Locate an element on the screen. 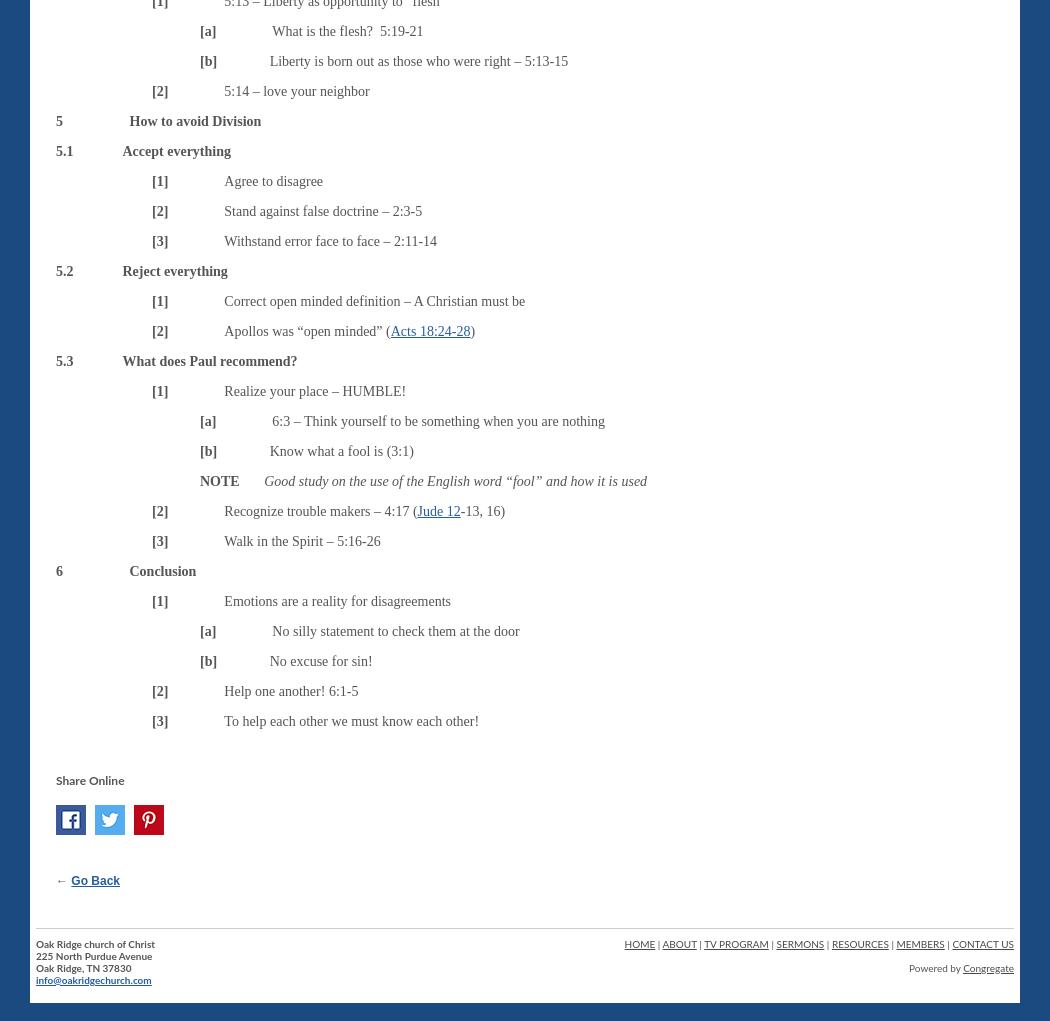 The width and height of the screenshot is (1050, 1021). 'Emotions are a reality for disagreements' is located at coordinates (337, 600).